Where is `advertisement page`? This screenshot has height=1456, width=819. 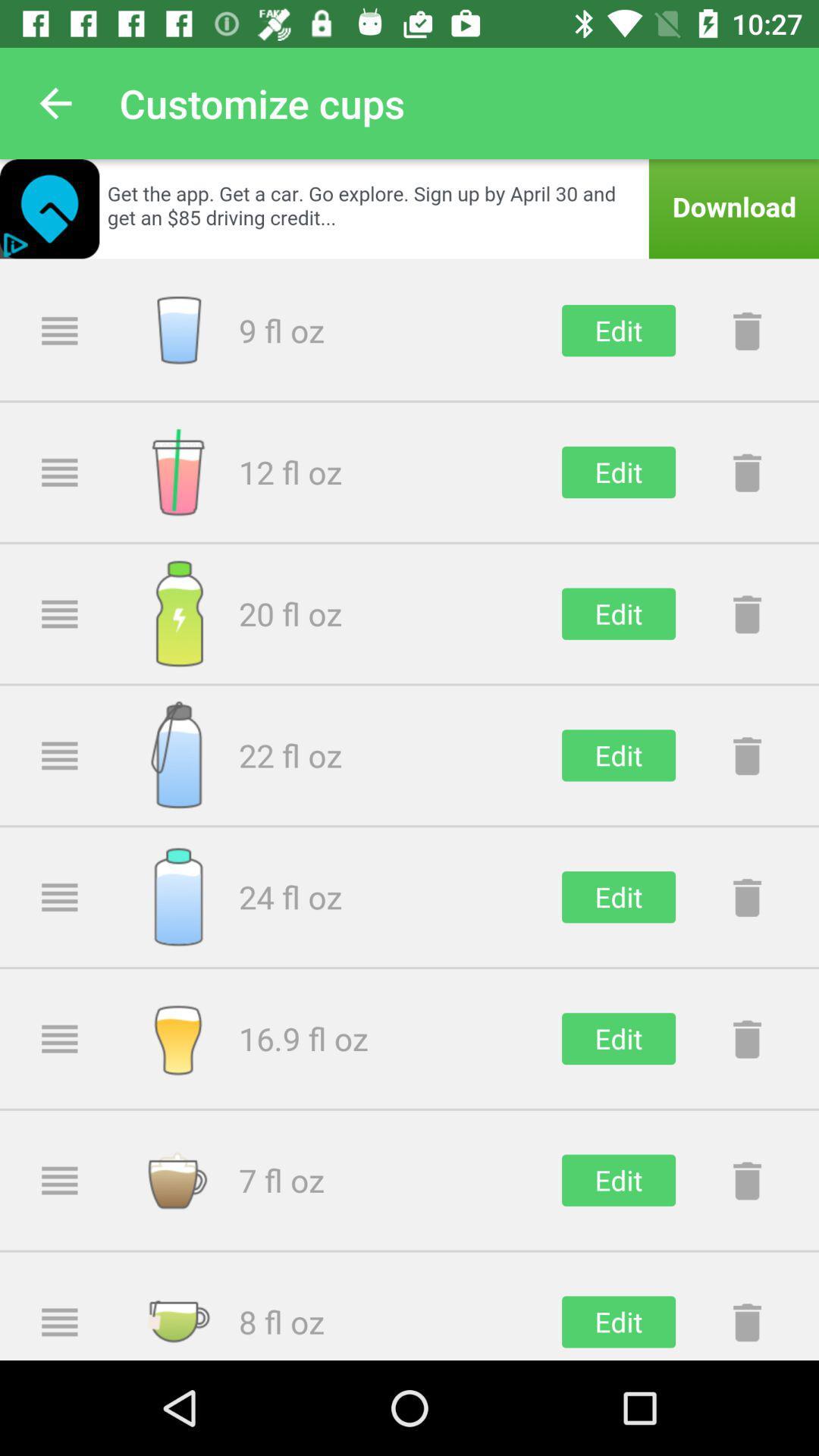
advertisement page is located at coordinates (409, 208).